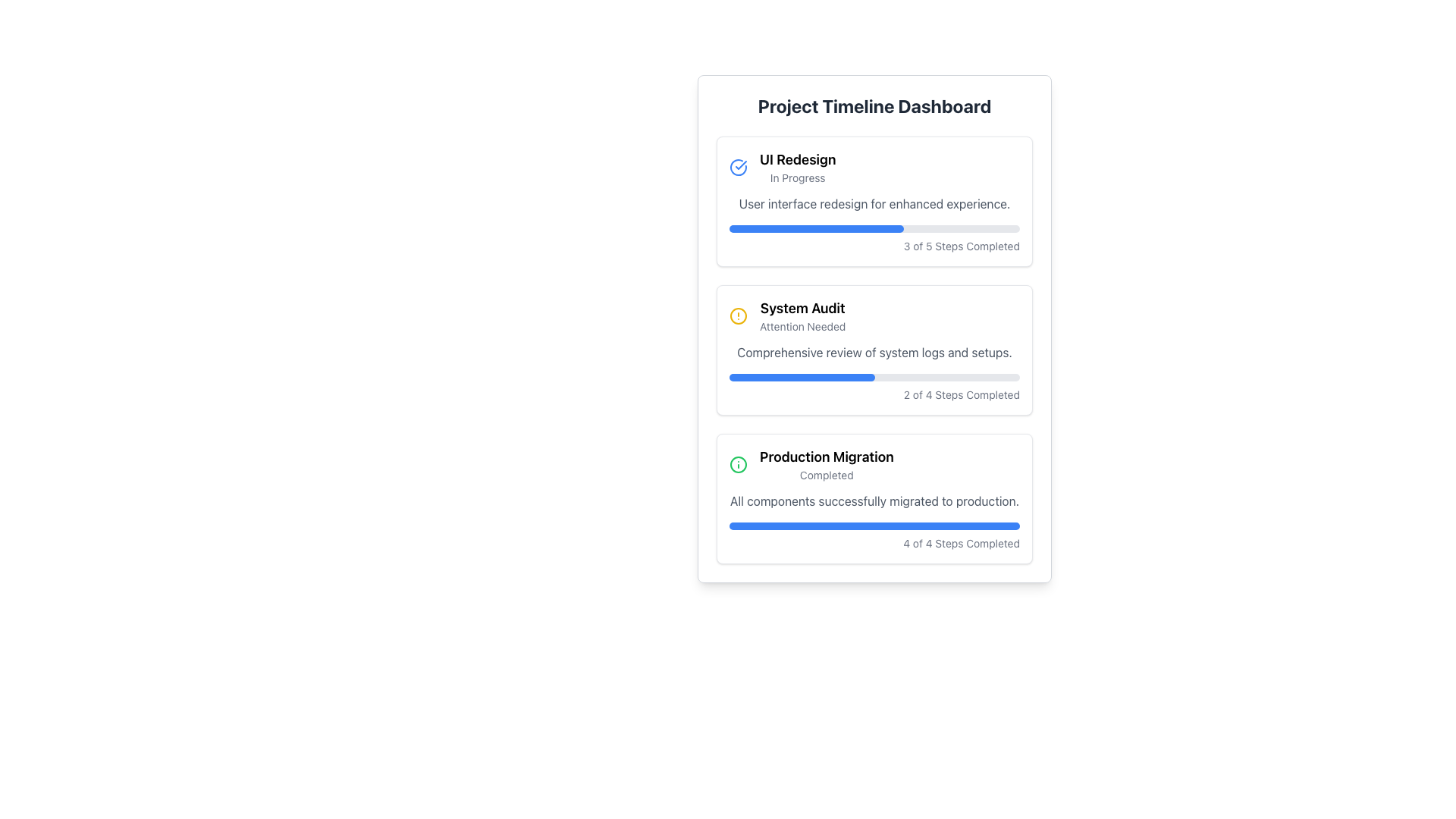 The height and width of the screenshot is (819, 1456). I want to click on the title text of the first task card in the 'Project Timeline Dashboard' interface, which is located at the top-left and above the status 'In Progress', so click(797, 160).